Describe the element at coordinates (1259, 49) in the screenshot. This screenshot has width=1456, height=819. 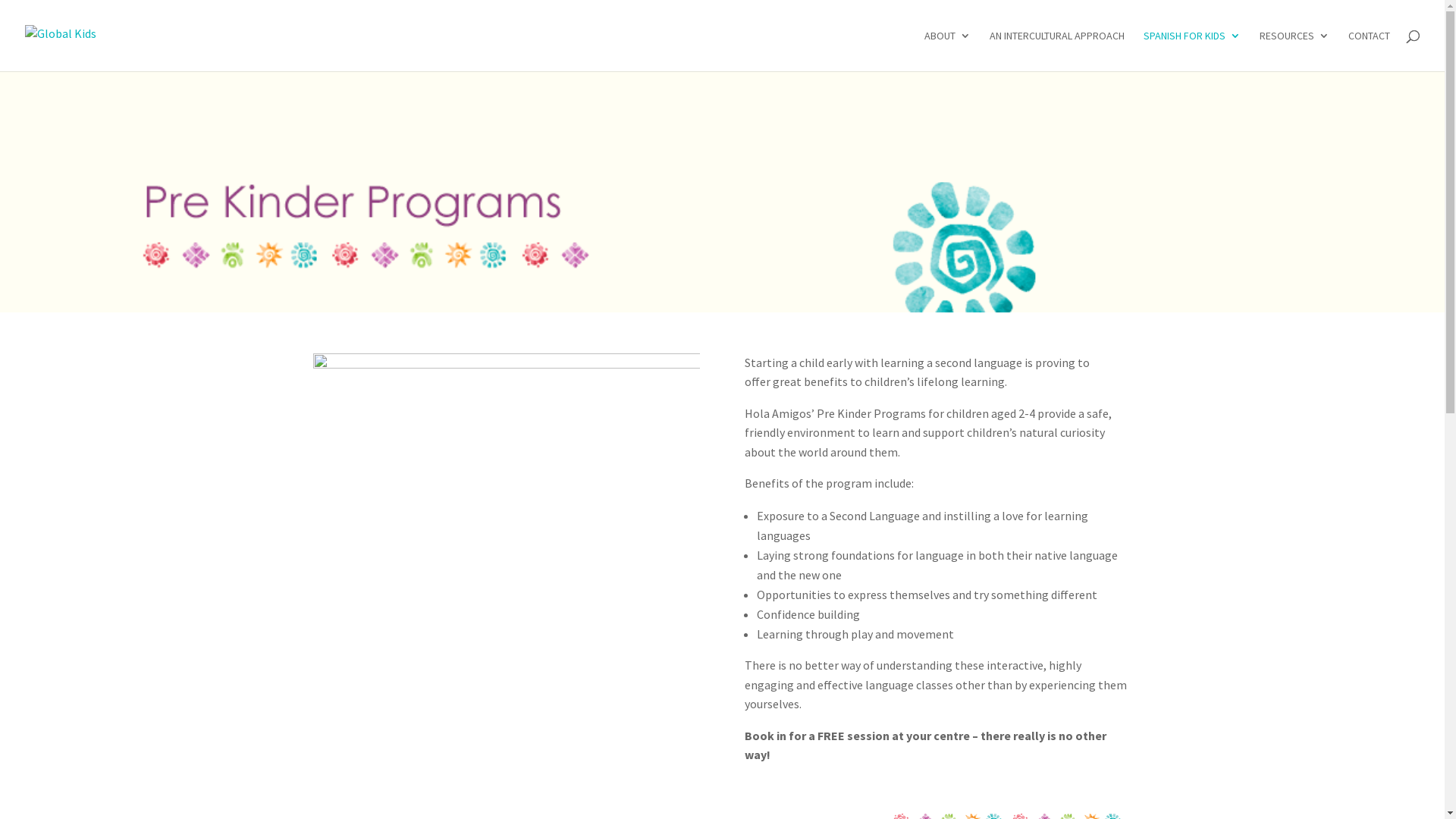
I see `'RESOURCES'` at that location.